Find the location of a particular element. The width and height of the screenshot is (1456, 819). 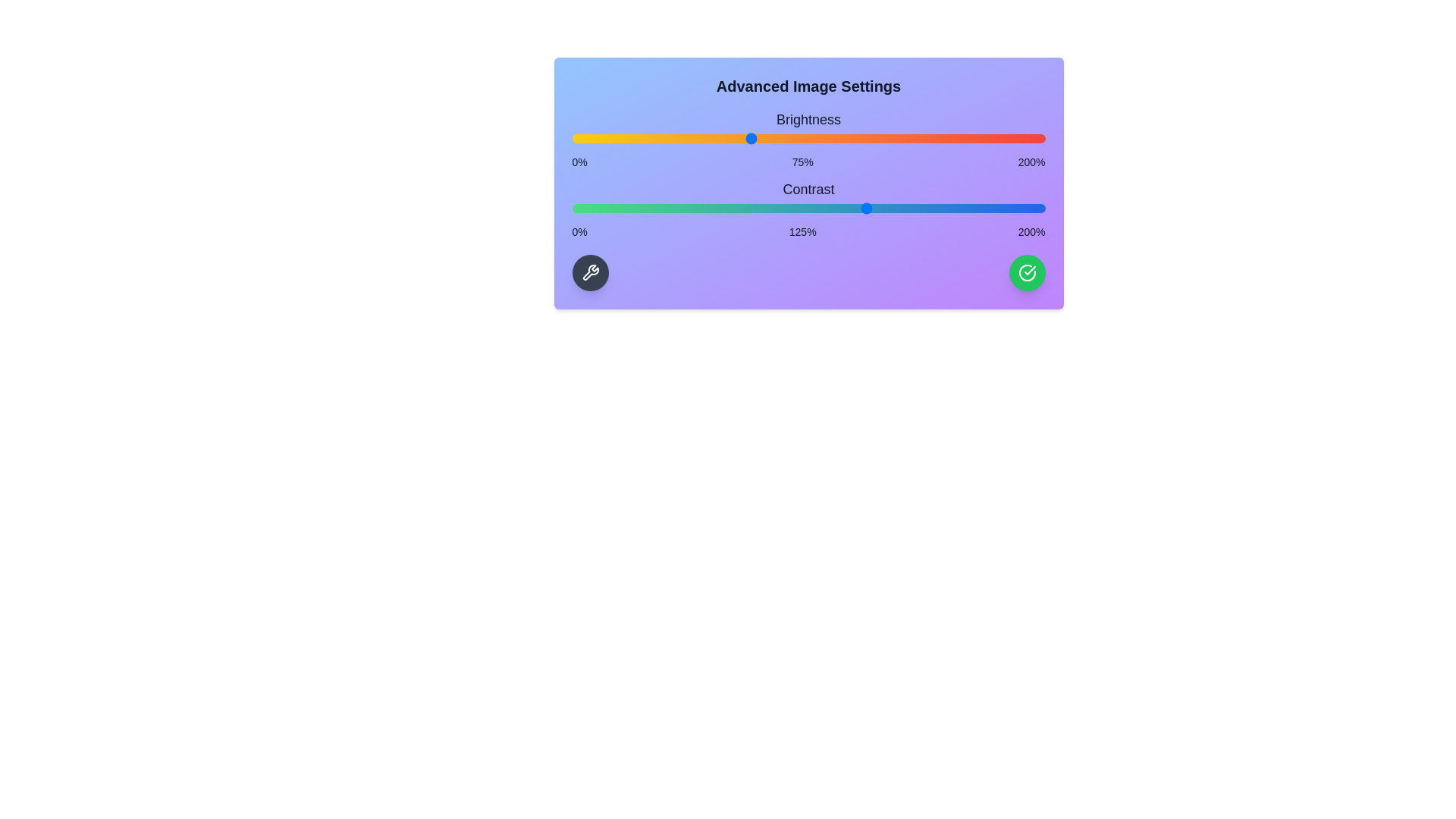

the contrast slider to 189% is located at coordinates (1019, 208).